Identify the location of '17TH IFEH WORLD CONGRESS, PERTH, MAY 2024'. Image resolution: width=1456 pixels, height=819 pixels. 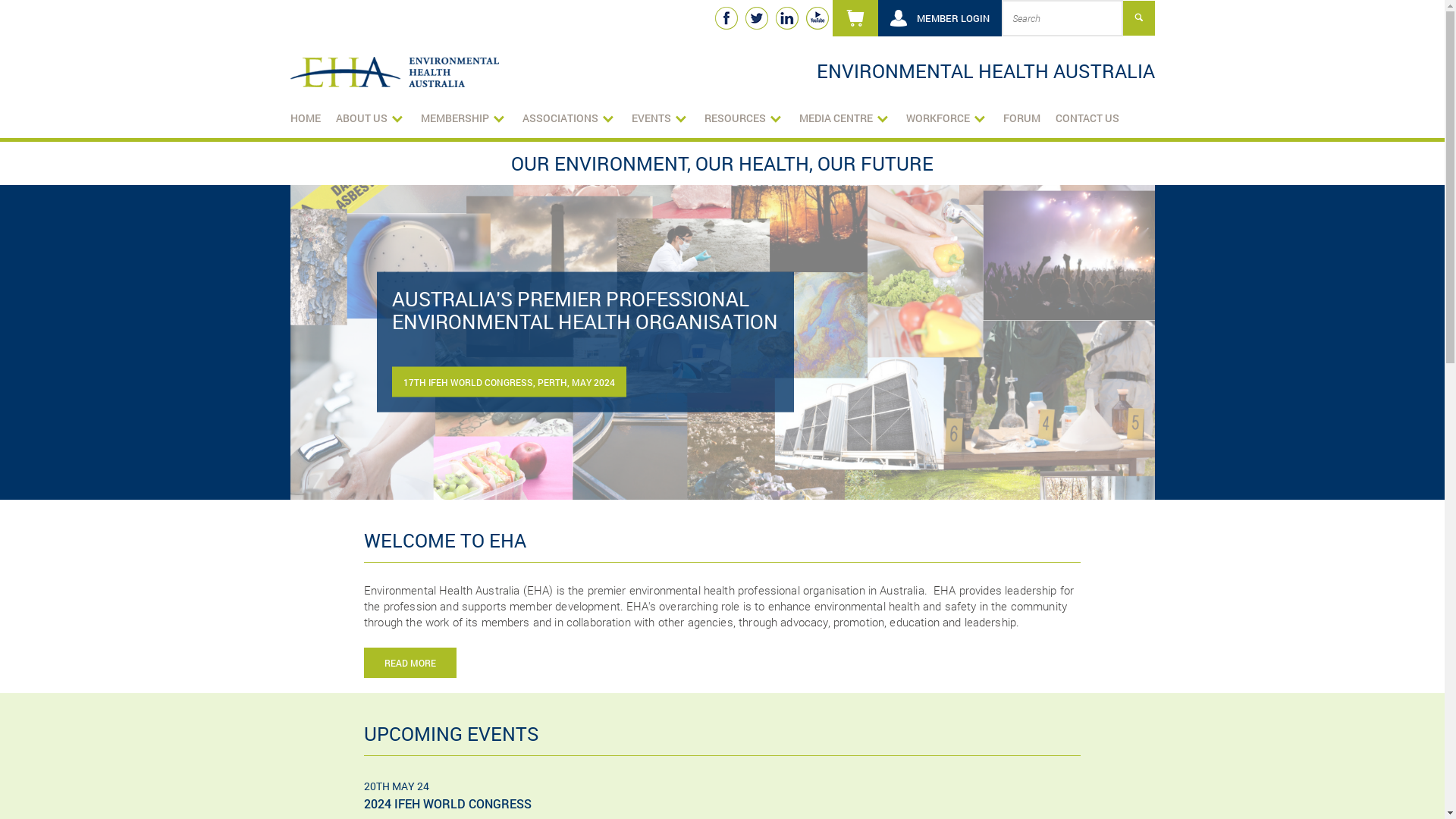
(508, 381).